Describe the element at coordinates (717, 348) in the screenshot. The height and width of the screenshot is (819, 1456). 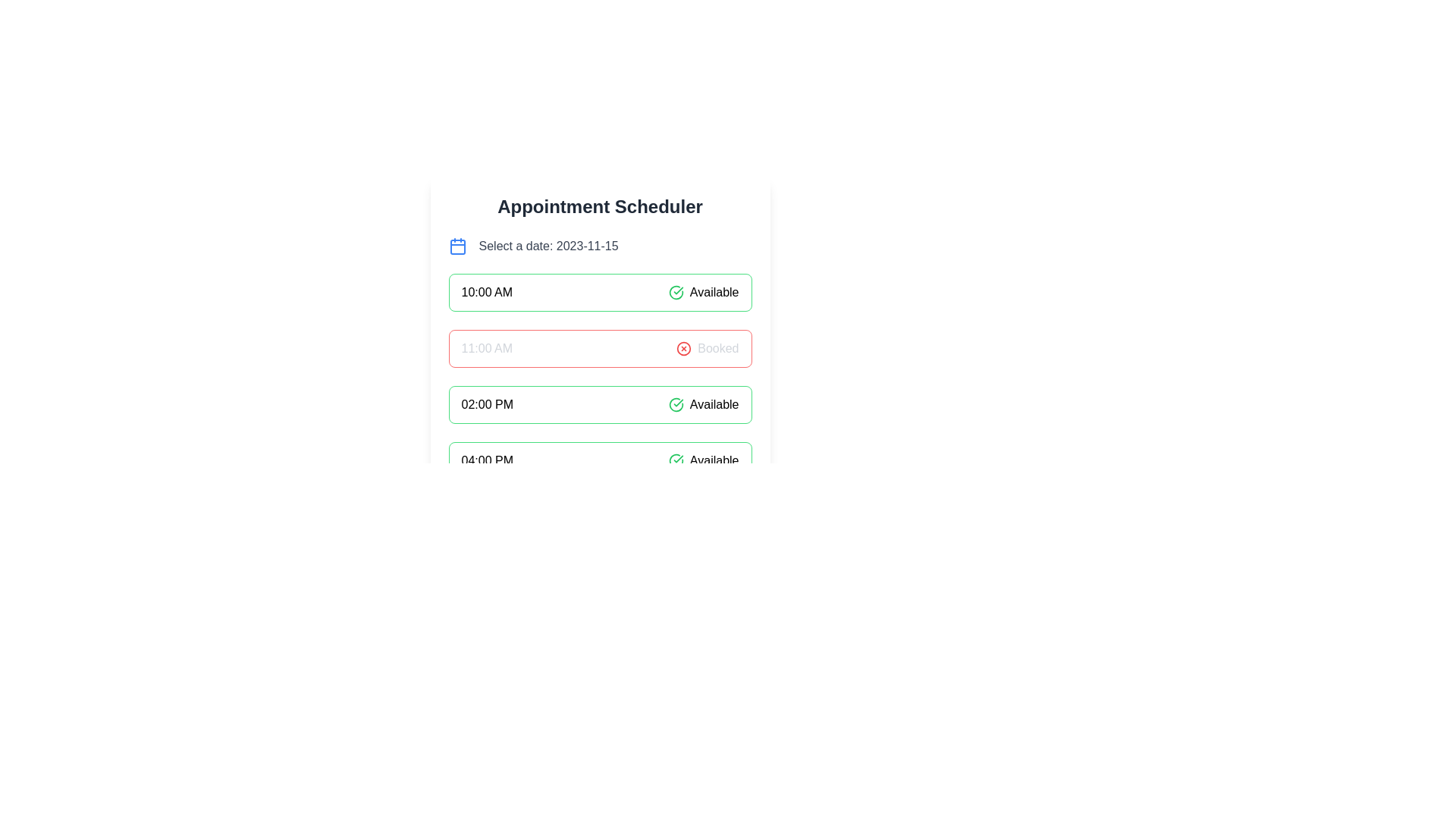
I see `the text label that says 'Booked', which is positioned on the right side of a red circular icon with an 'X' inside, within a horizontal layout next to the time slot '11:00 AM'` at that location.